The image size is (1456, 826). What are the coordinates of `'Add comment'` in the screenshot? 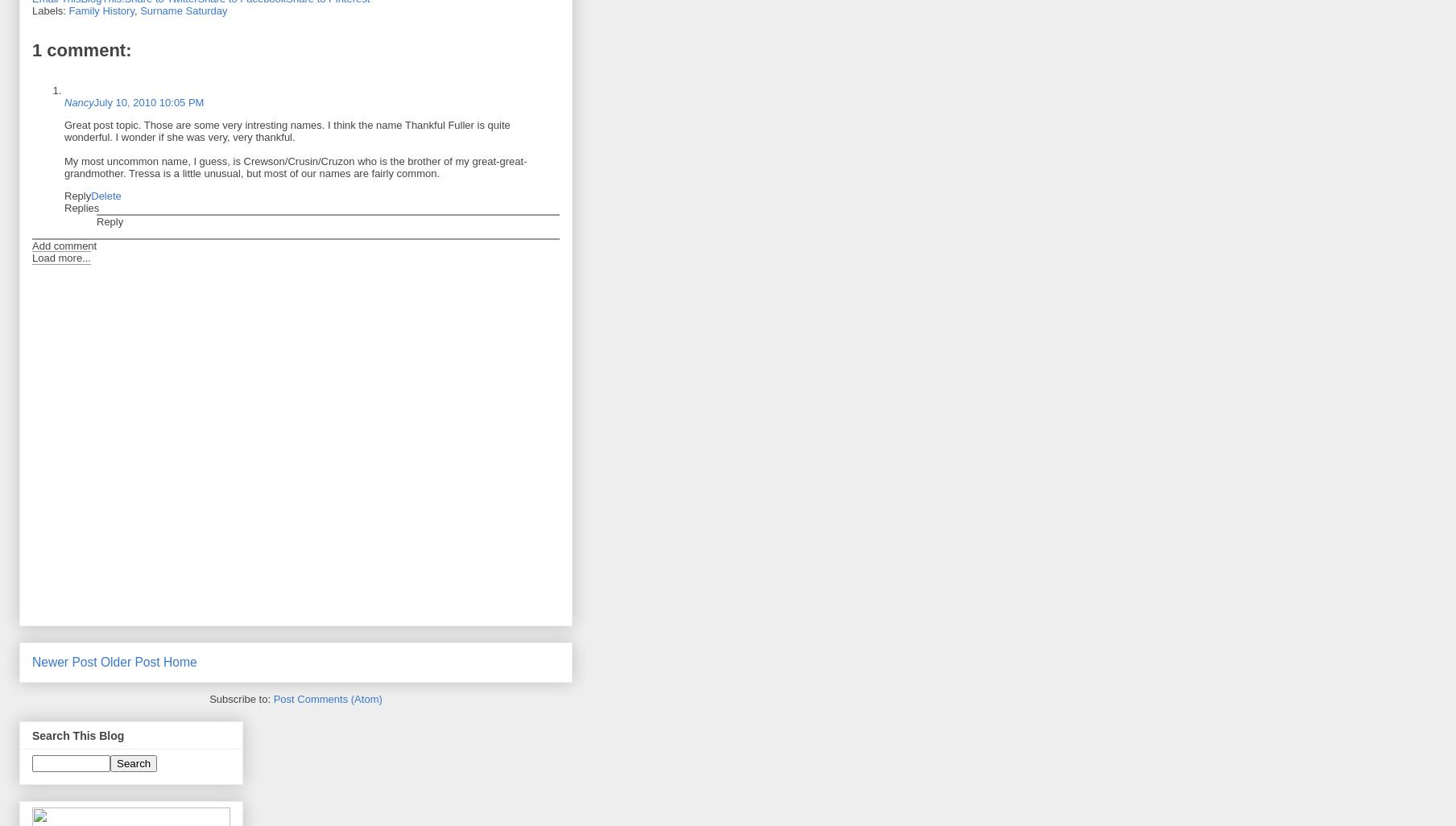 It's located at (63, 245).